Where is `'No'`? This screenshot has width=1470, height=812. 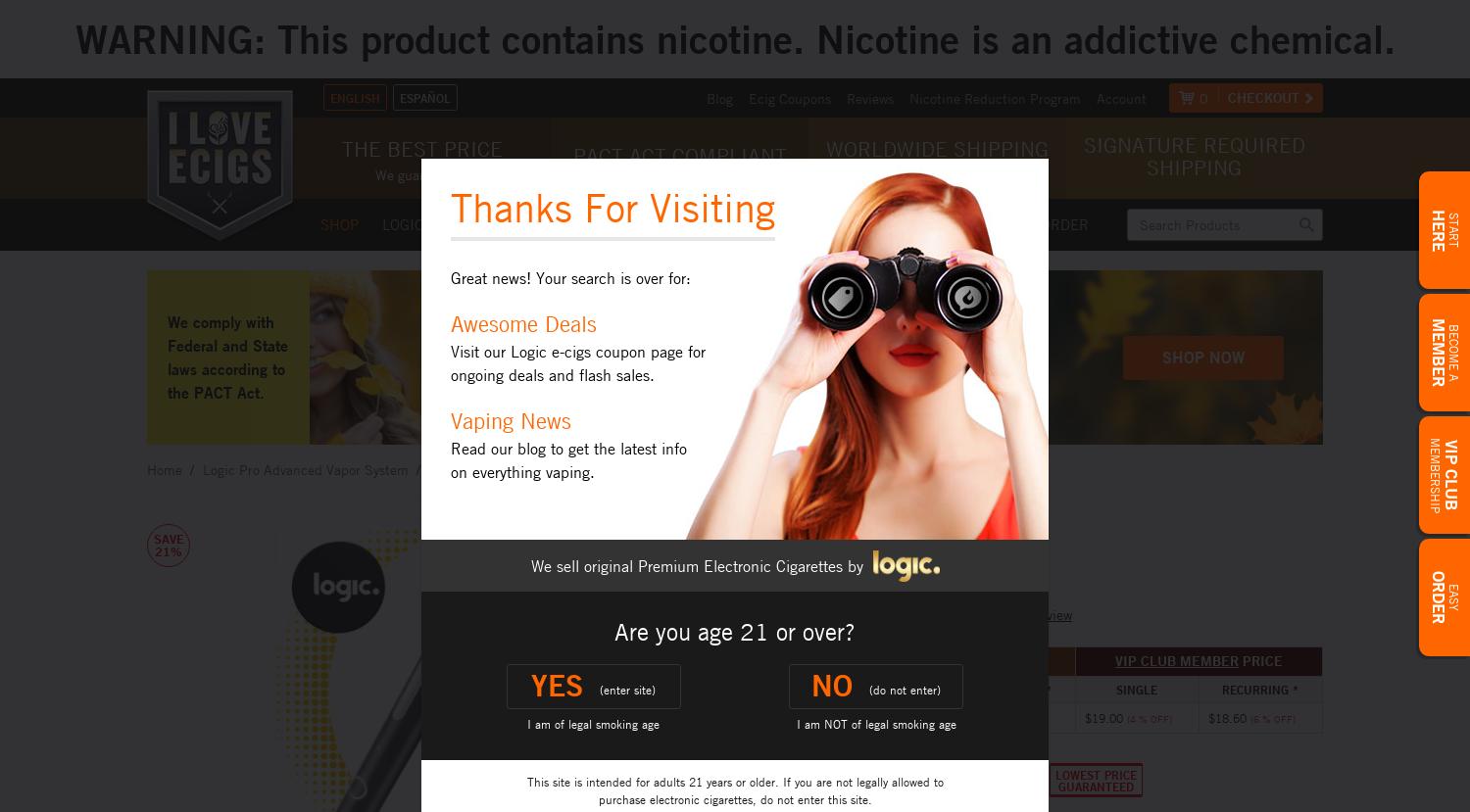 'No' is located at coordinates (835, 686).